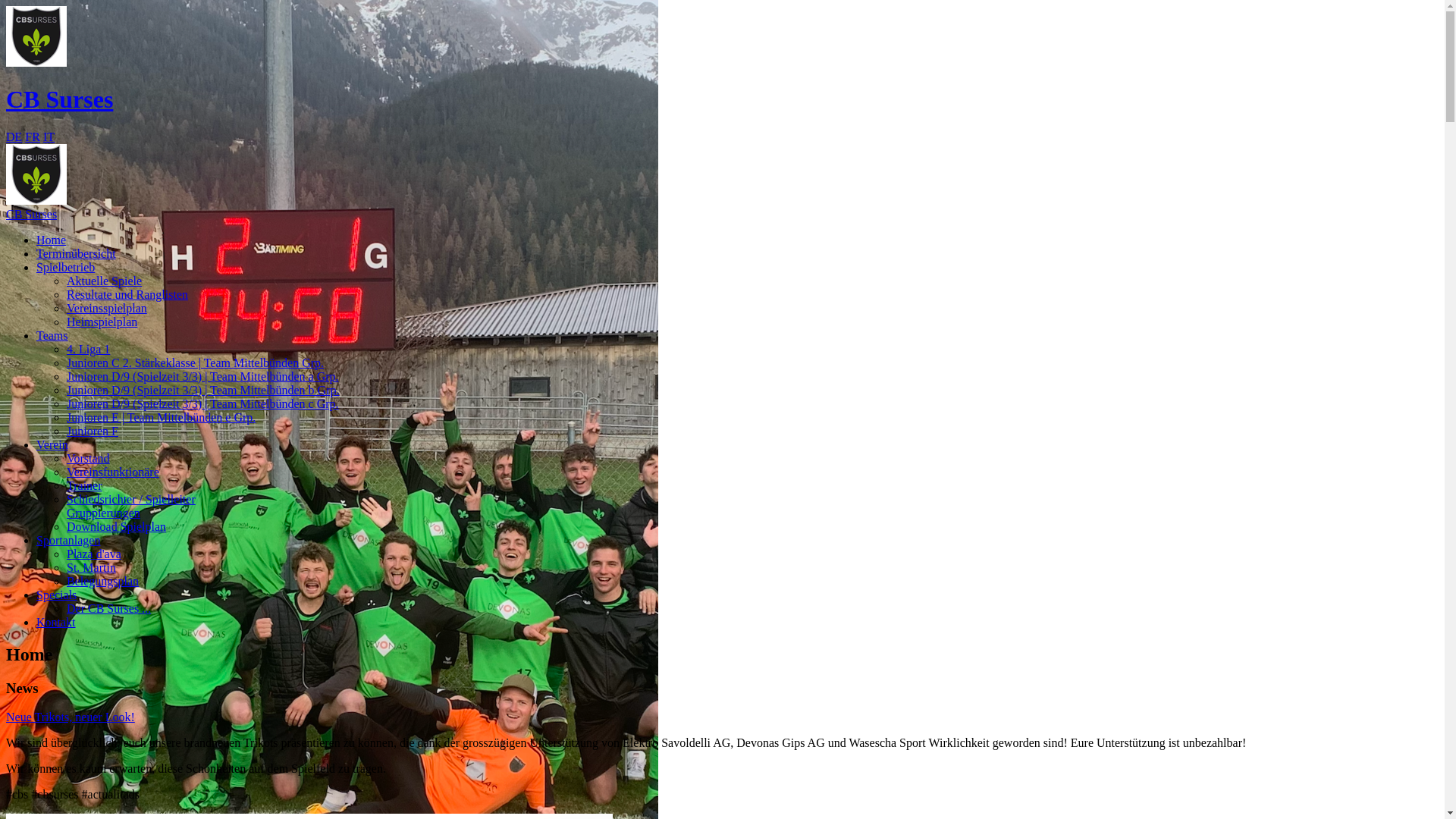 The height and width of the screenshot is (819, 1456). I want to click on 'DE', so click(14, 136).